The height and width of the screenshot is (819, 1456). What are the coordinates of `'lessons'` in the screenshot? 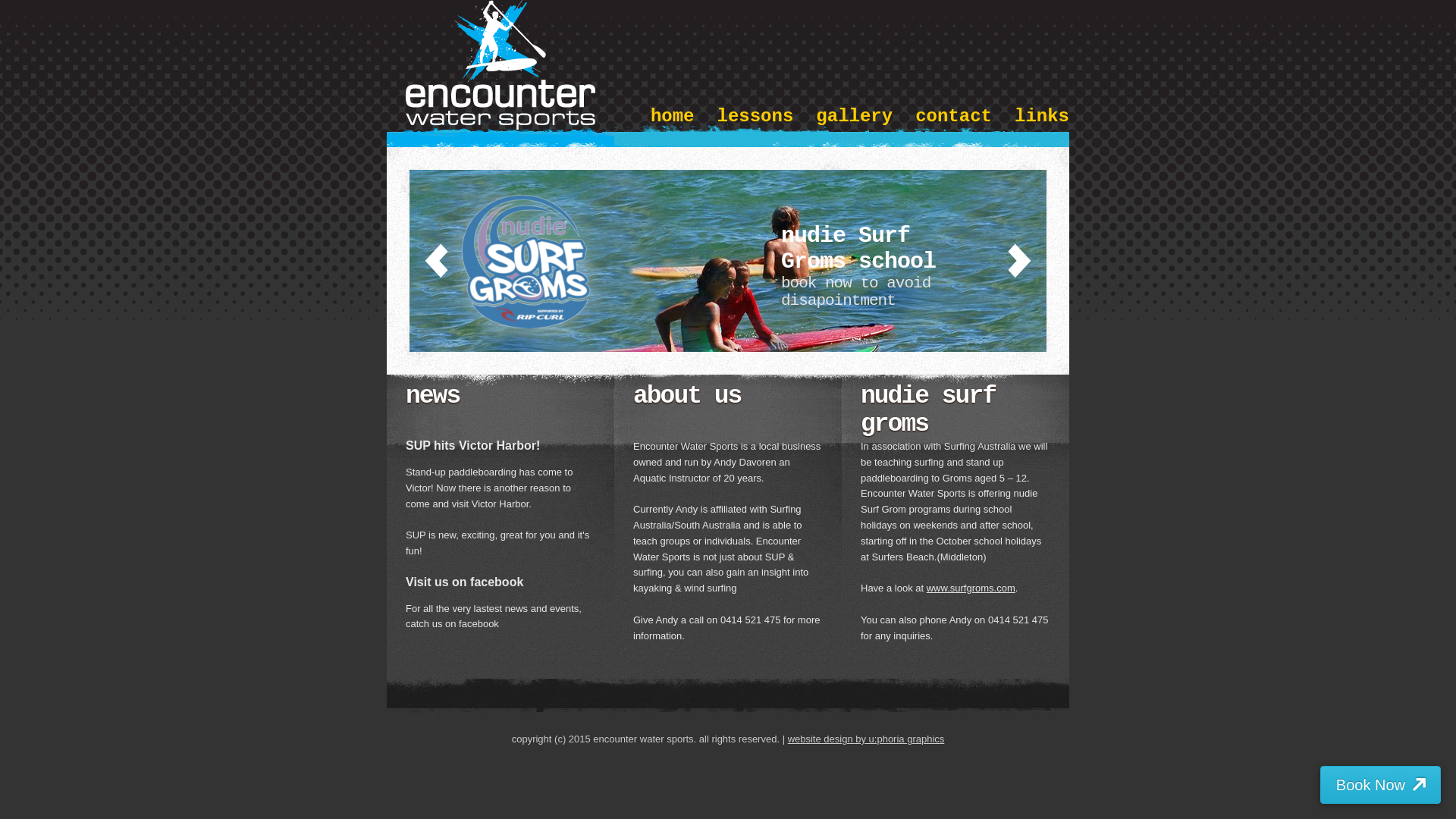 It's located at (716, 115).